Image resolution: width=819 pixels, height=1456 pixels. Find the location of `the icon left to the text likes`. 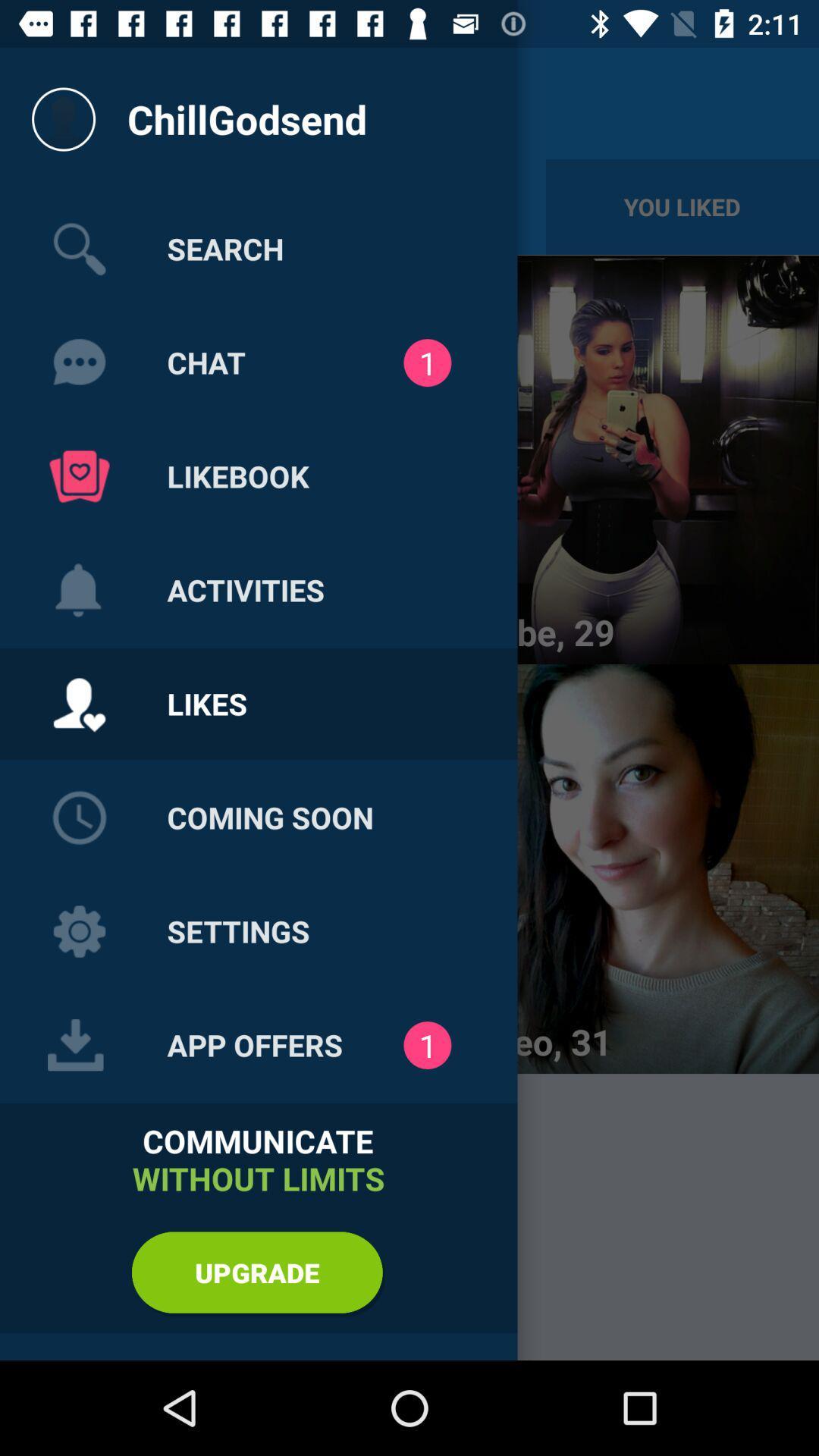

the icon left to the text likes is located at coordinates (79, 704).